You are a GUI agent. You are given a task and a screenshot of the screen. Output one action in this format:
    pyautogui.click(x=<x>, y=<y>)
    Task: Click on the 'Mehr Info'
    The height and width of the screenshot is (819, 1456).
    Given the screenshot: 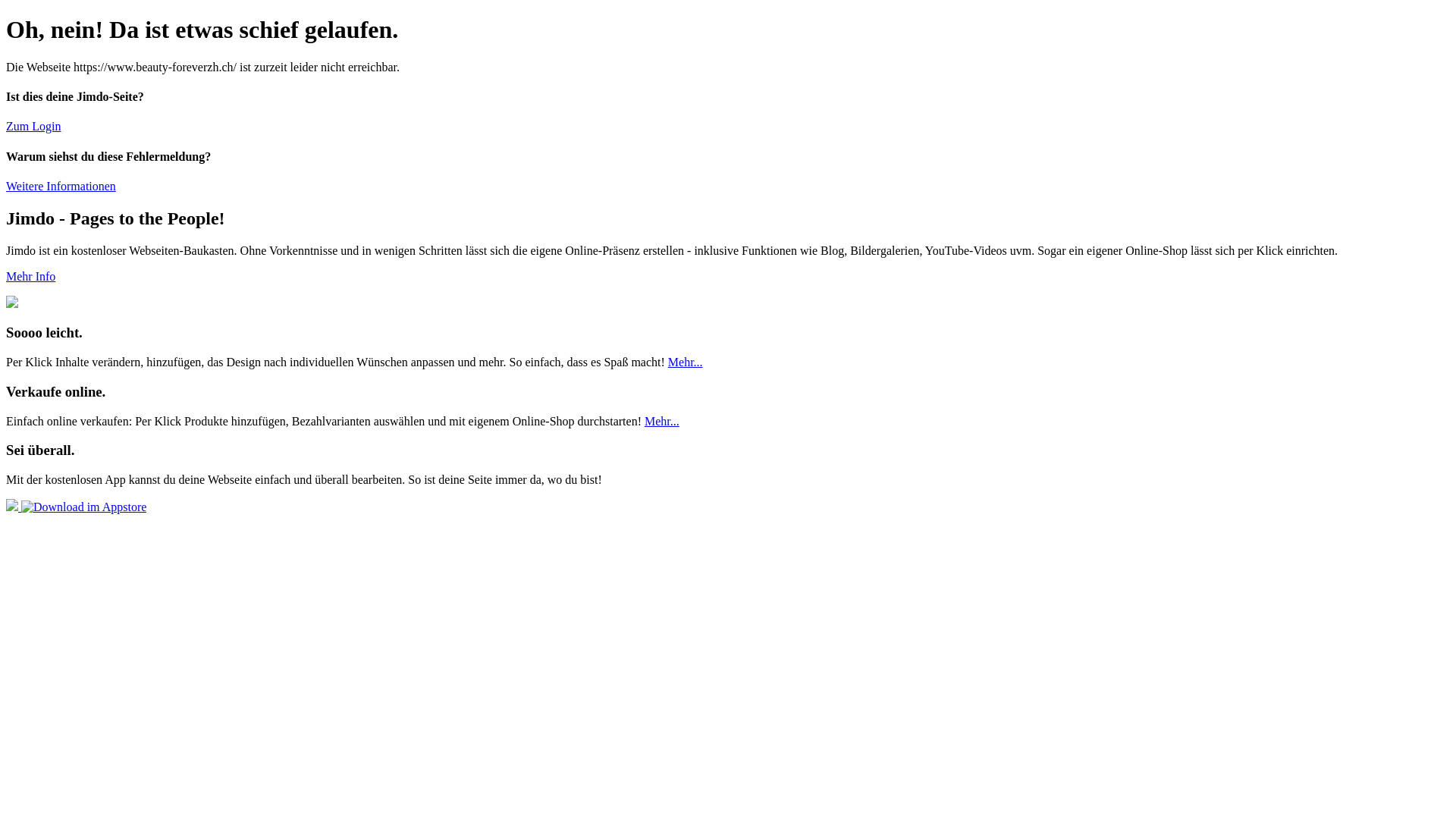 What is the action you would take?
    pyautogui.click(x=30, y=276)
    